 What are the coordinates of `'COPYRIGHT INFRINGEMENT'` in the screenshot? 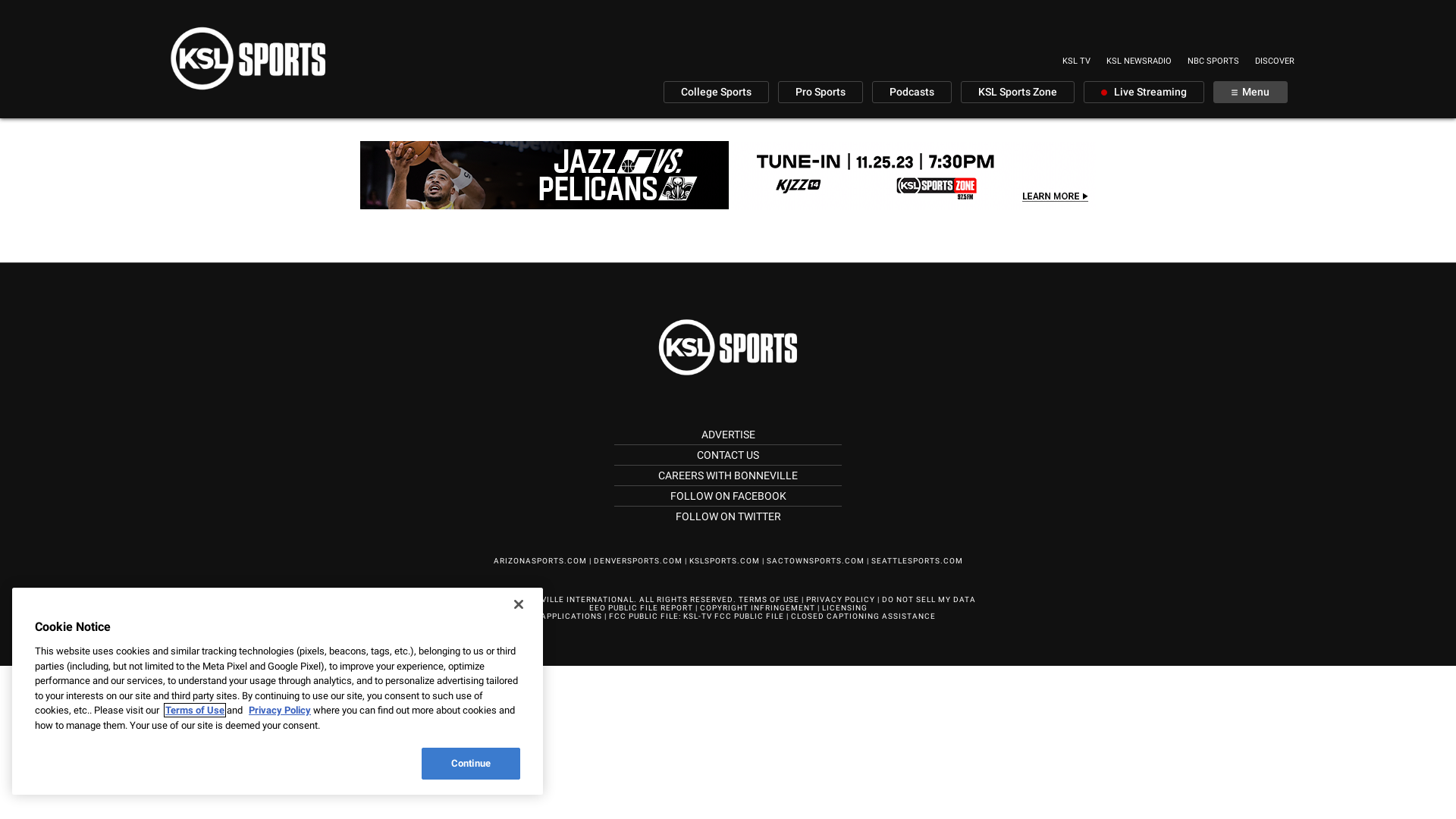 It's located at (698, 607).